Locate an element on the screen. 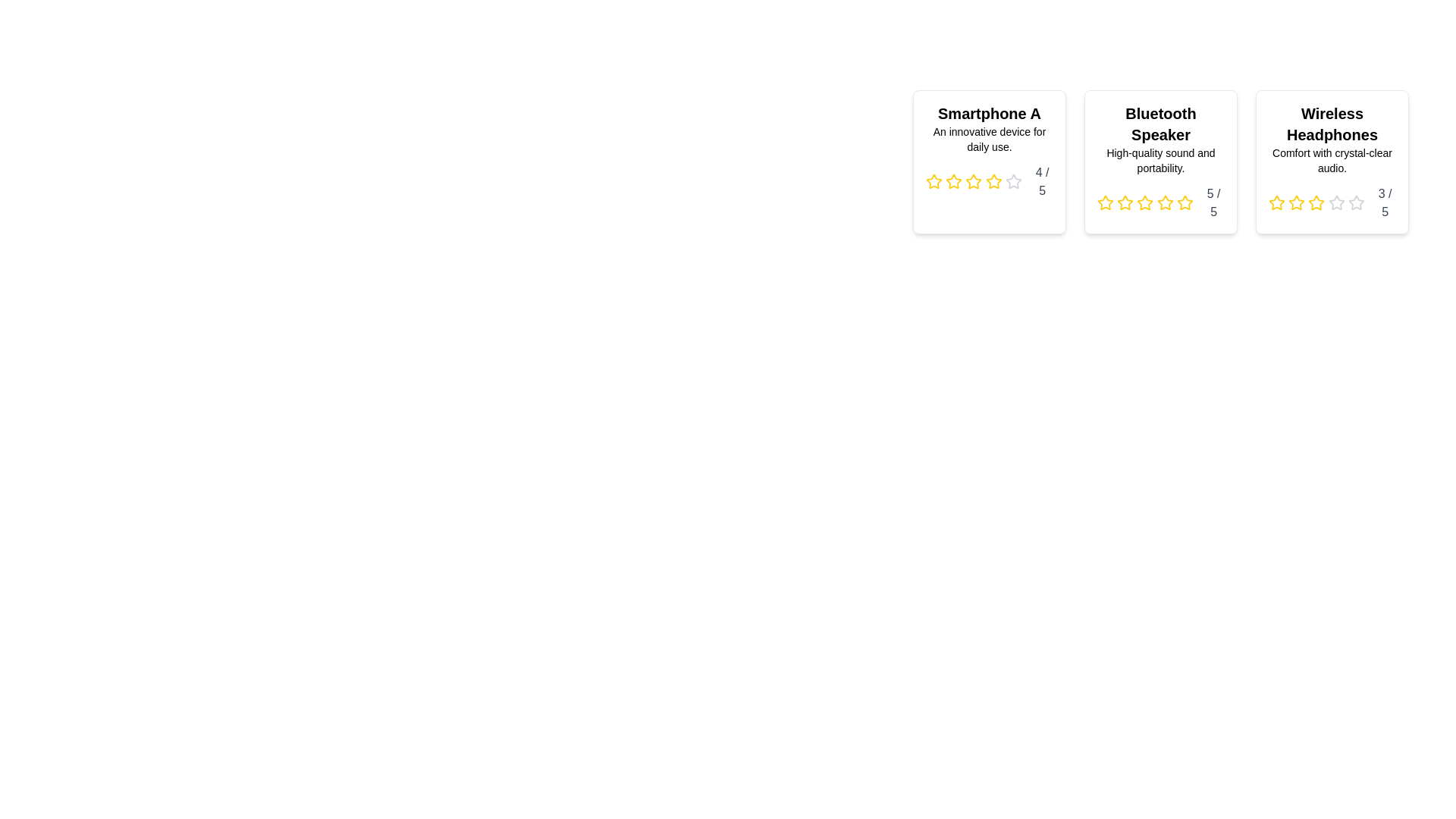  the star icon corresponding to 4 stars in the rating component is located at coordinates (993, 180).